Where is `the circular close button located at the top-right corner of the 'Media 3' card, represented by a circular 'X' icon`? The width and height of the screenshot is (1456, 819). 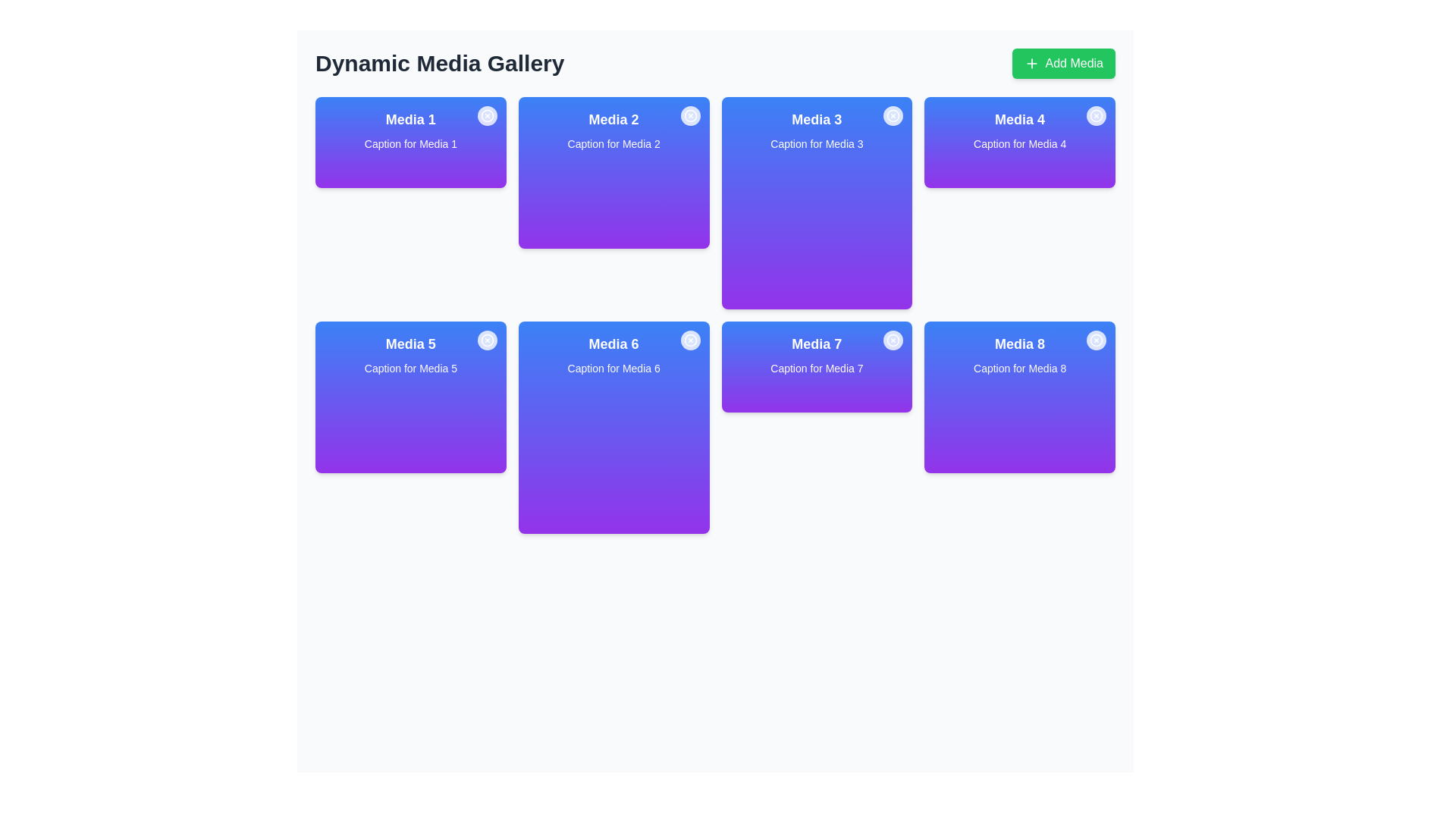
the circular close button located at the top-right corner of the 'Media 3' card, represented by a circular 'X' icon is located at coordinates (893, 115).